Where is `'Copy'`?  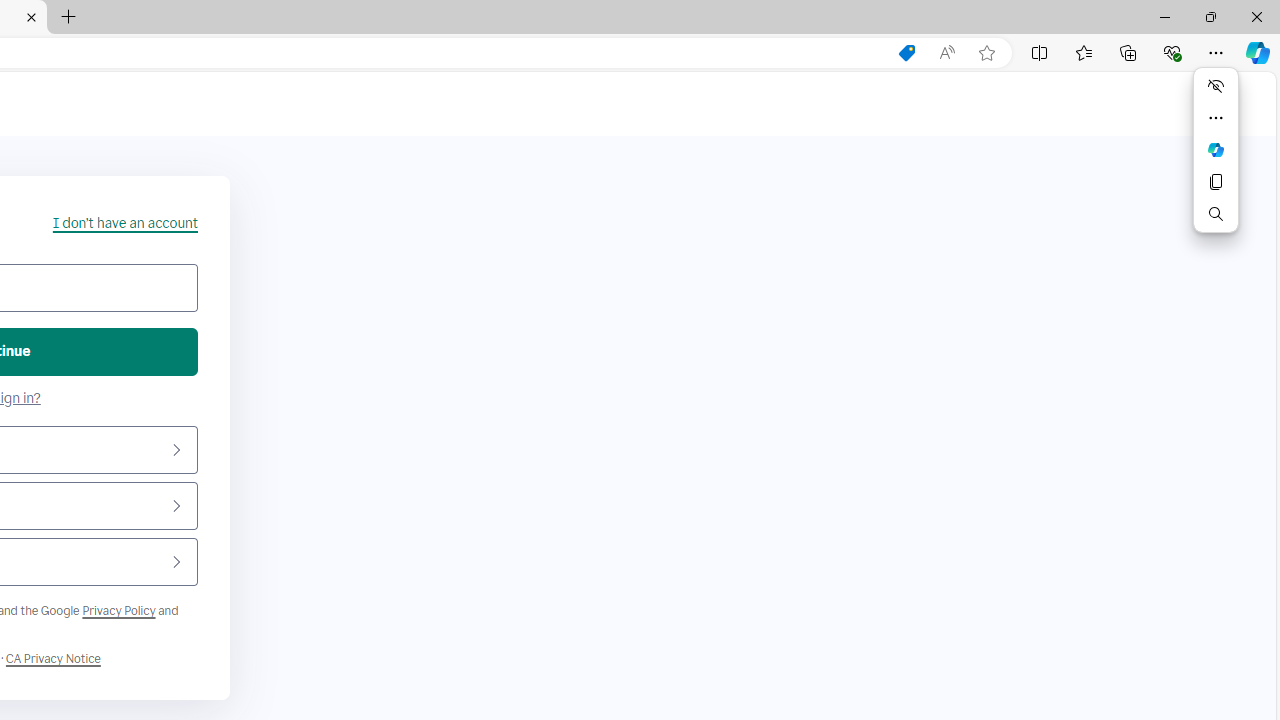
'Copy' is located at coordinates (1215, 182).